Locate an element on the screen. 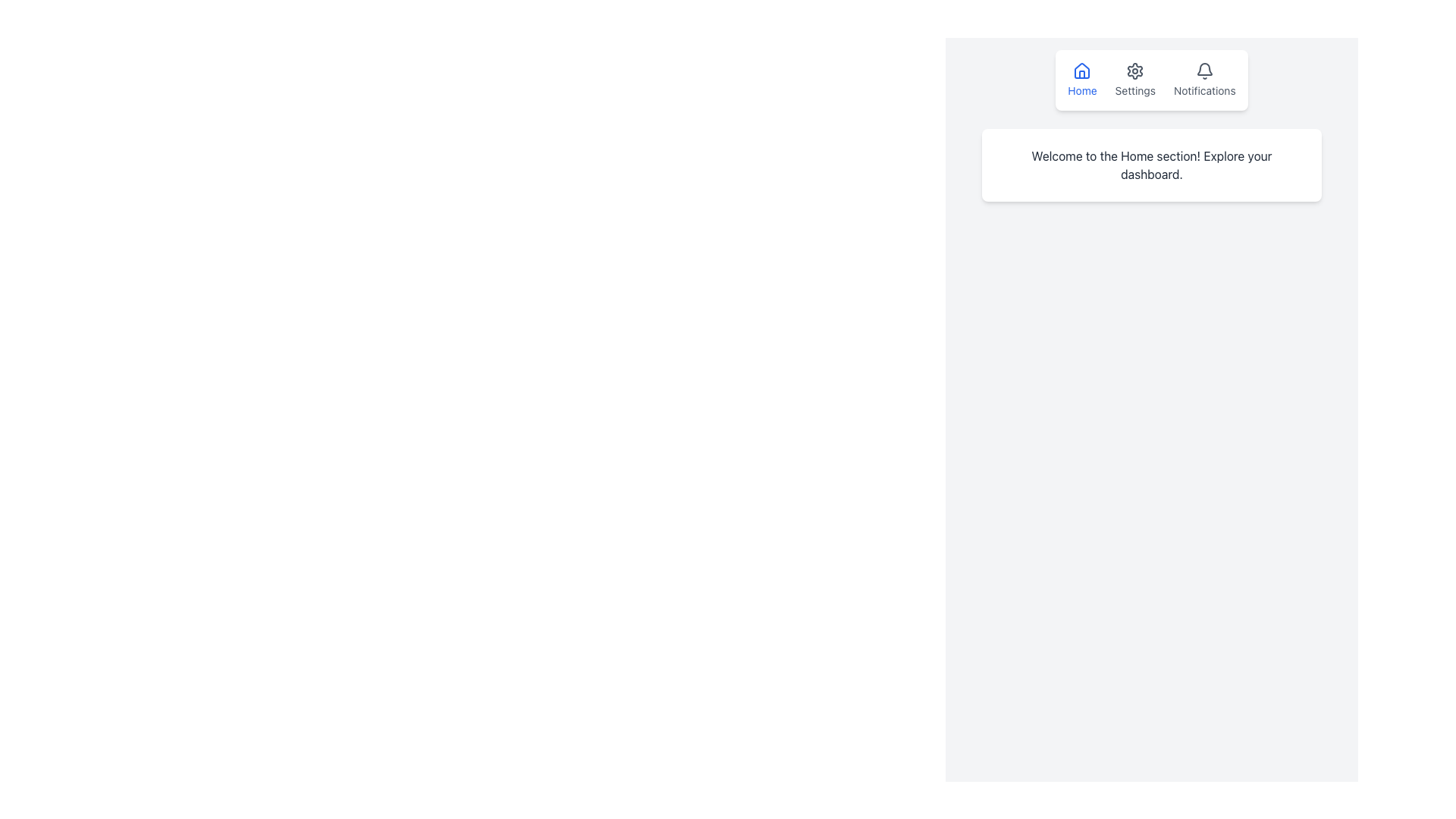 Image resolution: width=1456 pixels, height=819 pixels. the notification icon represented by the SVG element located at the top-right section of the interface, adjacent to the Home and Settings icons is located at coordinates (1203, 69).